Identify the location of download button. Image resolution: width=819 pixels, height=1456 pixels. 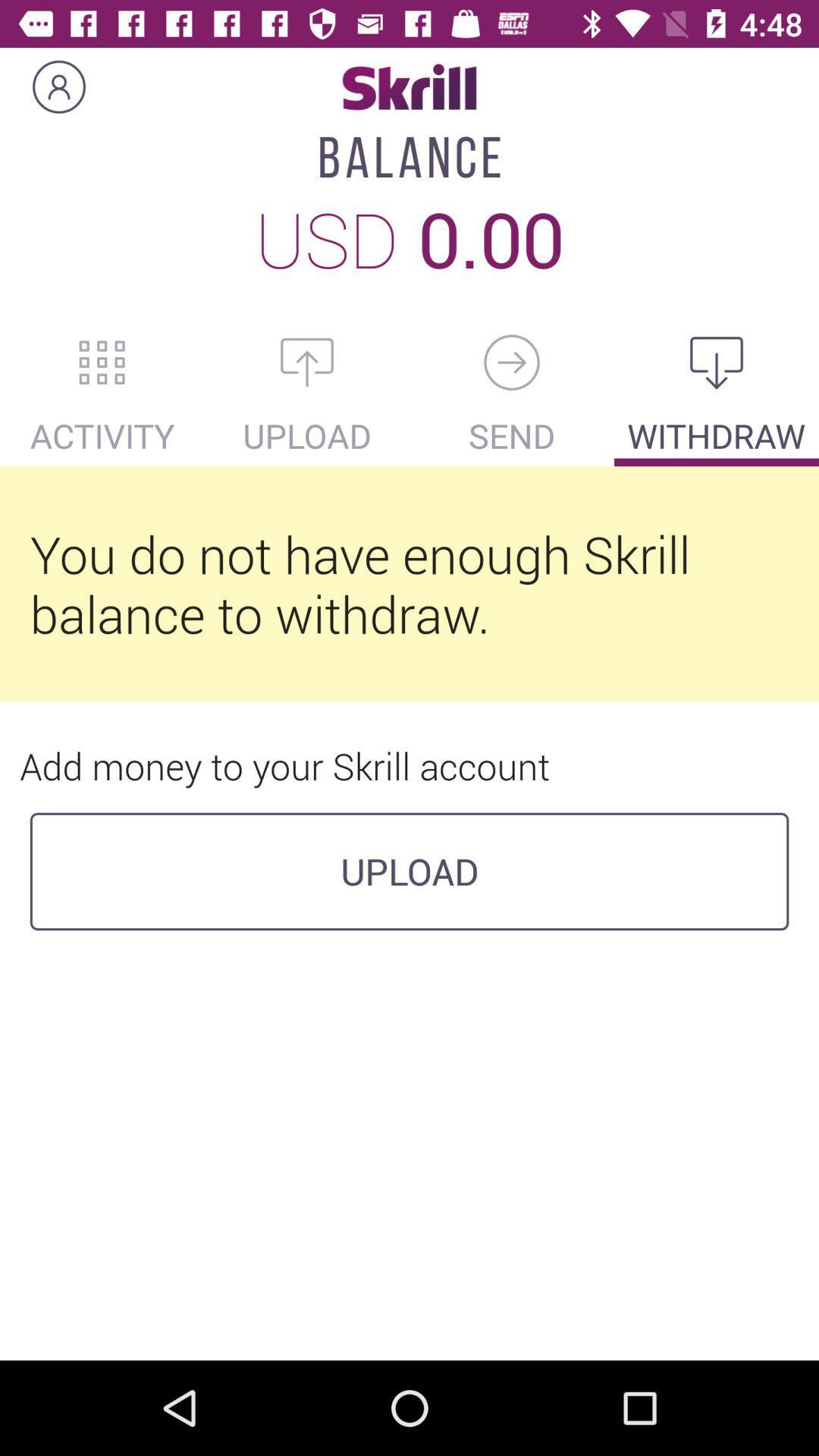
(717, 362).